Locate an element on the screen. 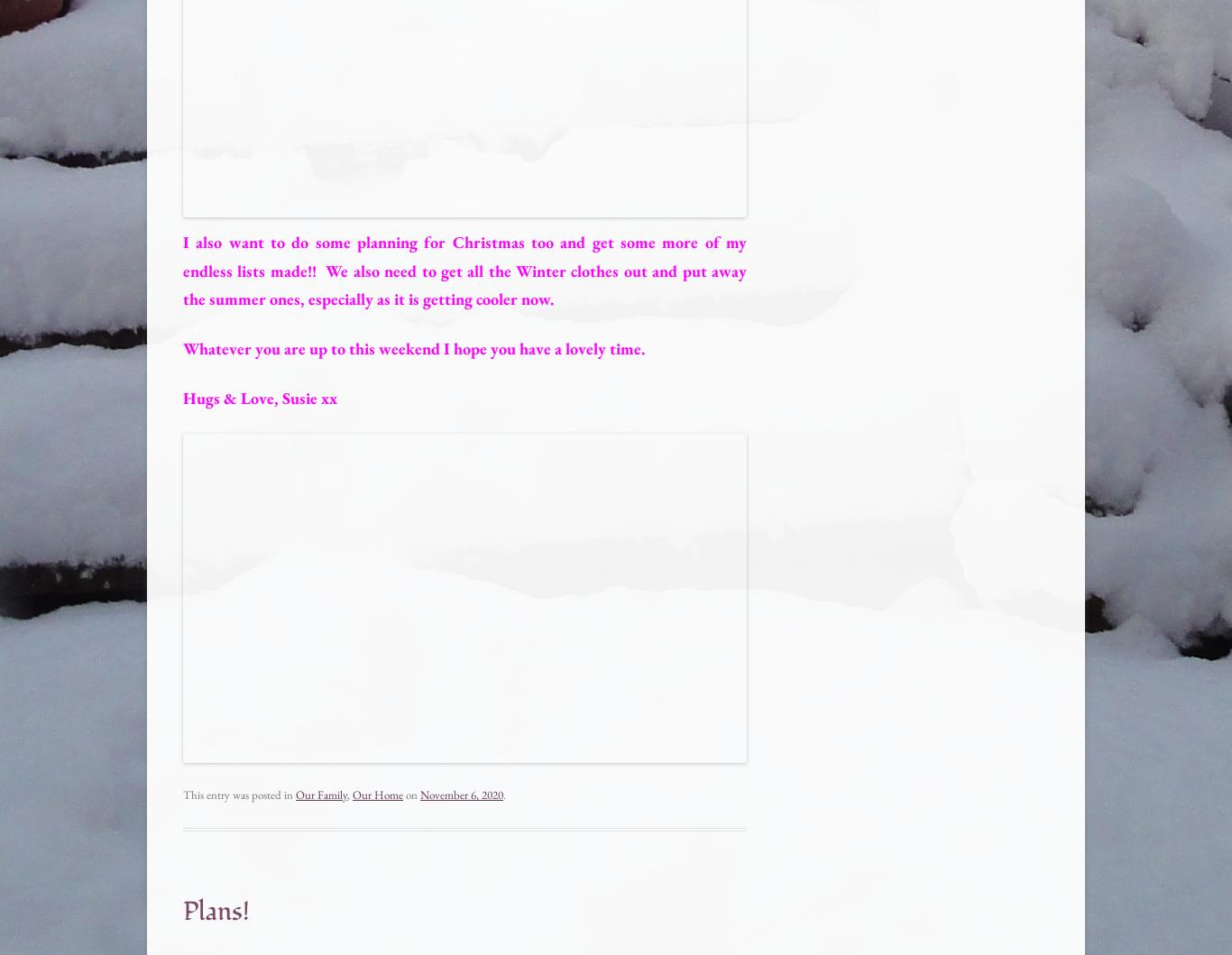 The height and width of the screenshot is (955, 1232). 'Whatever you are up to this weekend I hope you have a lovely time.' is located at coordinates (414, 347).